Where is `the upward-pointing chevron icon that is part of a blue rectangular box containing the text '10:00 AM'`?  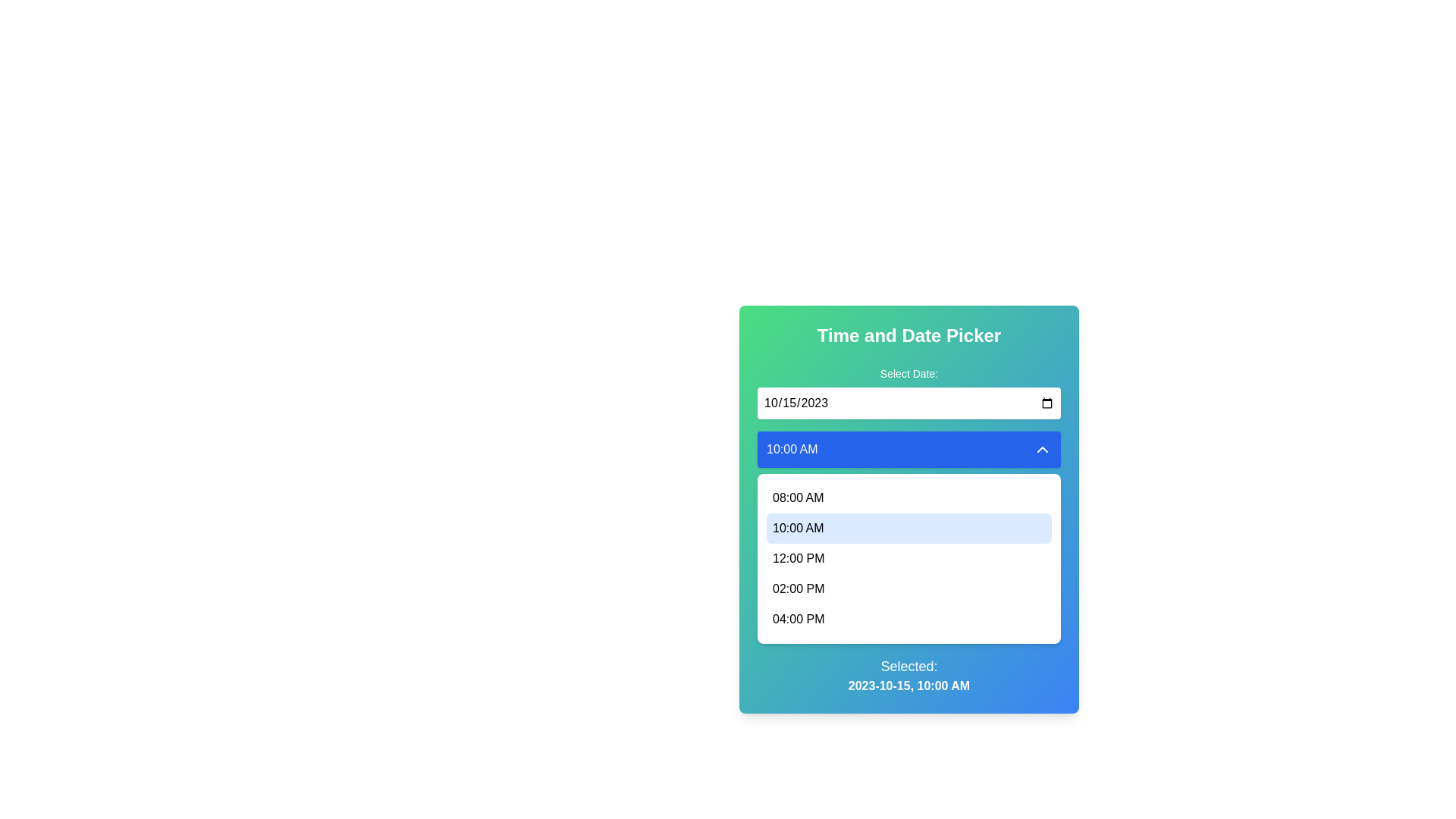 the upward-pointing chevron icon that is part of a blue rectangular box containing the text '10:00 AM' is located at coordinates (1041, 449).